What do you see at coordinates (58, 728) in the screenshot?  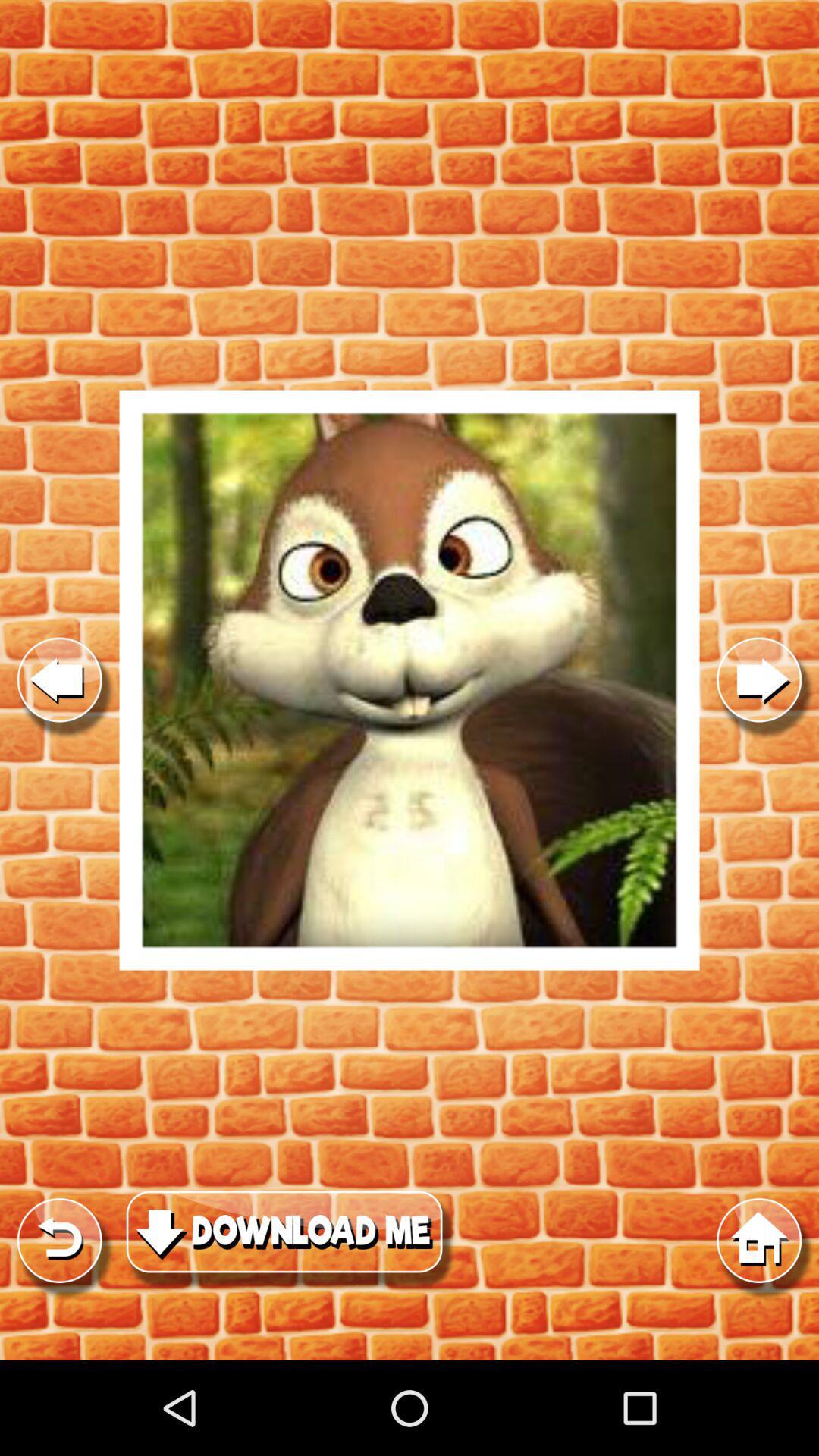 I see `the arrow_backward icon` at bounding box center [58, 728].